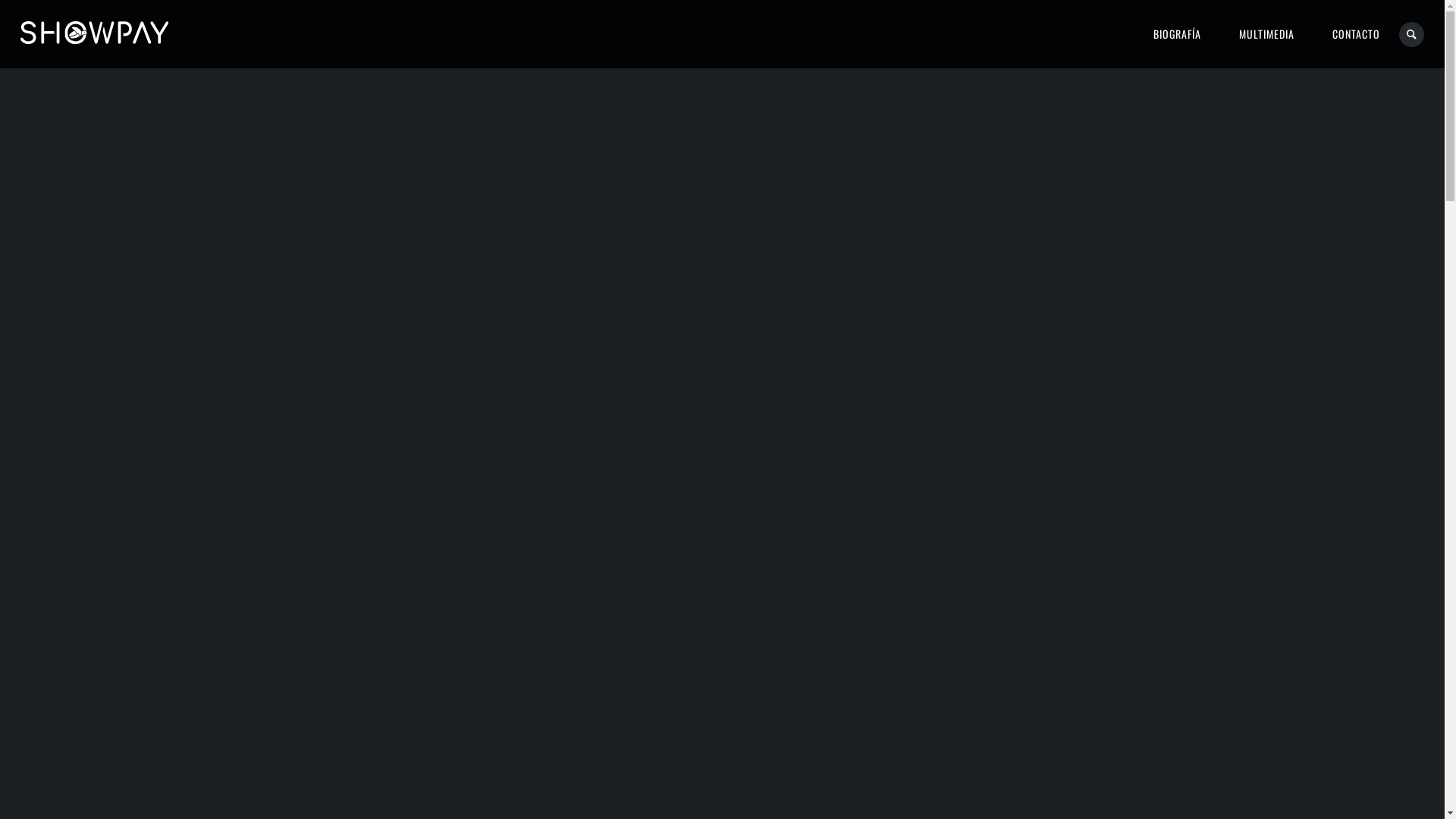 The height and width of the screenshot is (819, 1456). I want to click on 'CONTACTO', so click(1313, 34).